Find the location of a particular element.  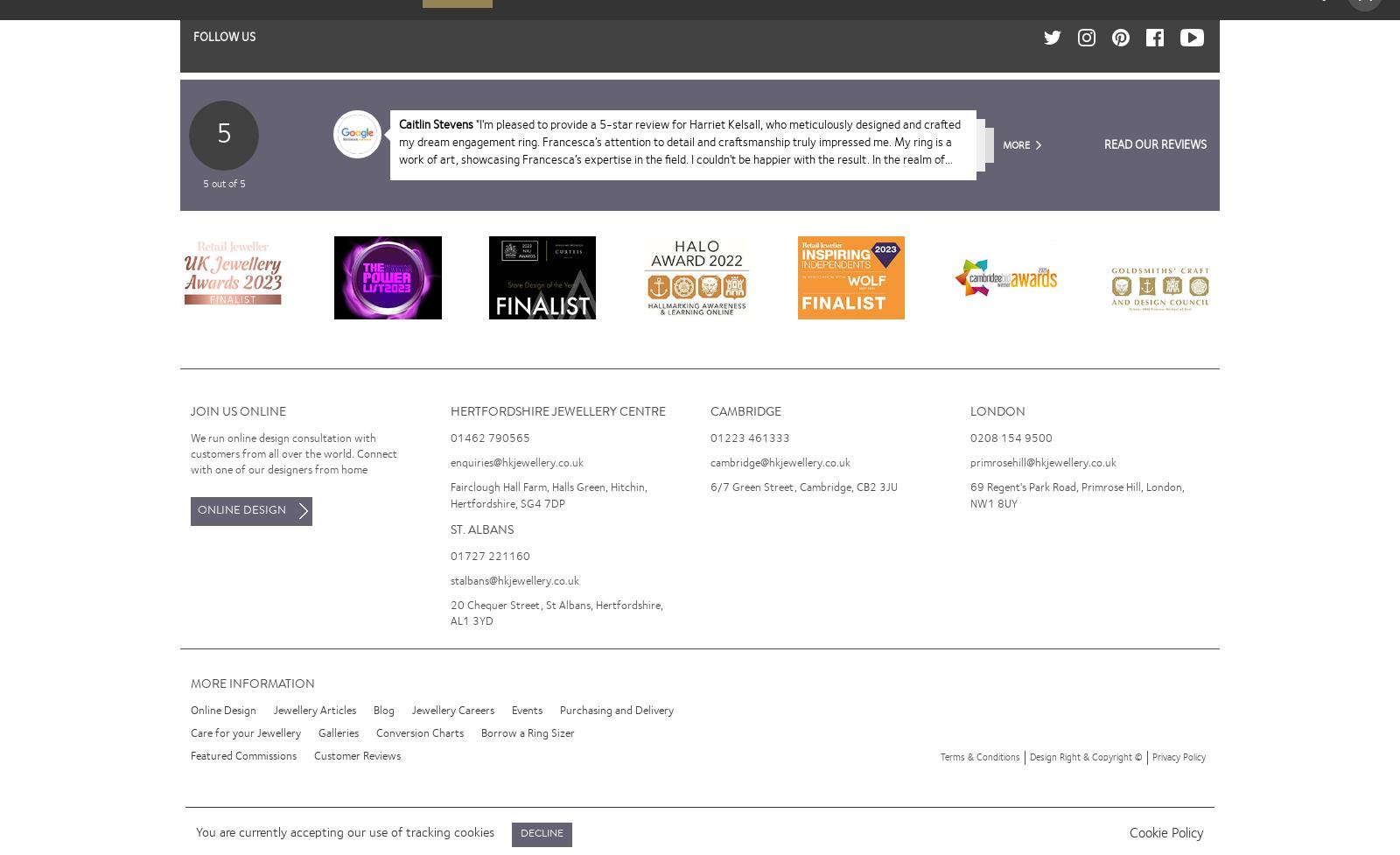

'Follow us' is located at coordinates (224, 37).